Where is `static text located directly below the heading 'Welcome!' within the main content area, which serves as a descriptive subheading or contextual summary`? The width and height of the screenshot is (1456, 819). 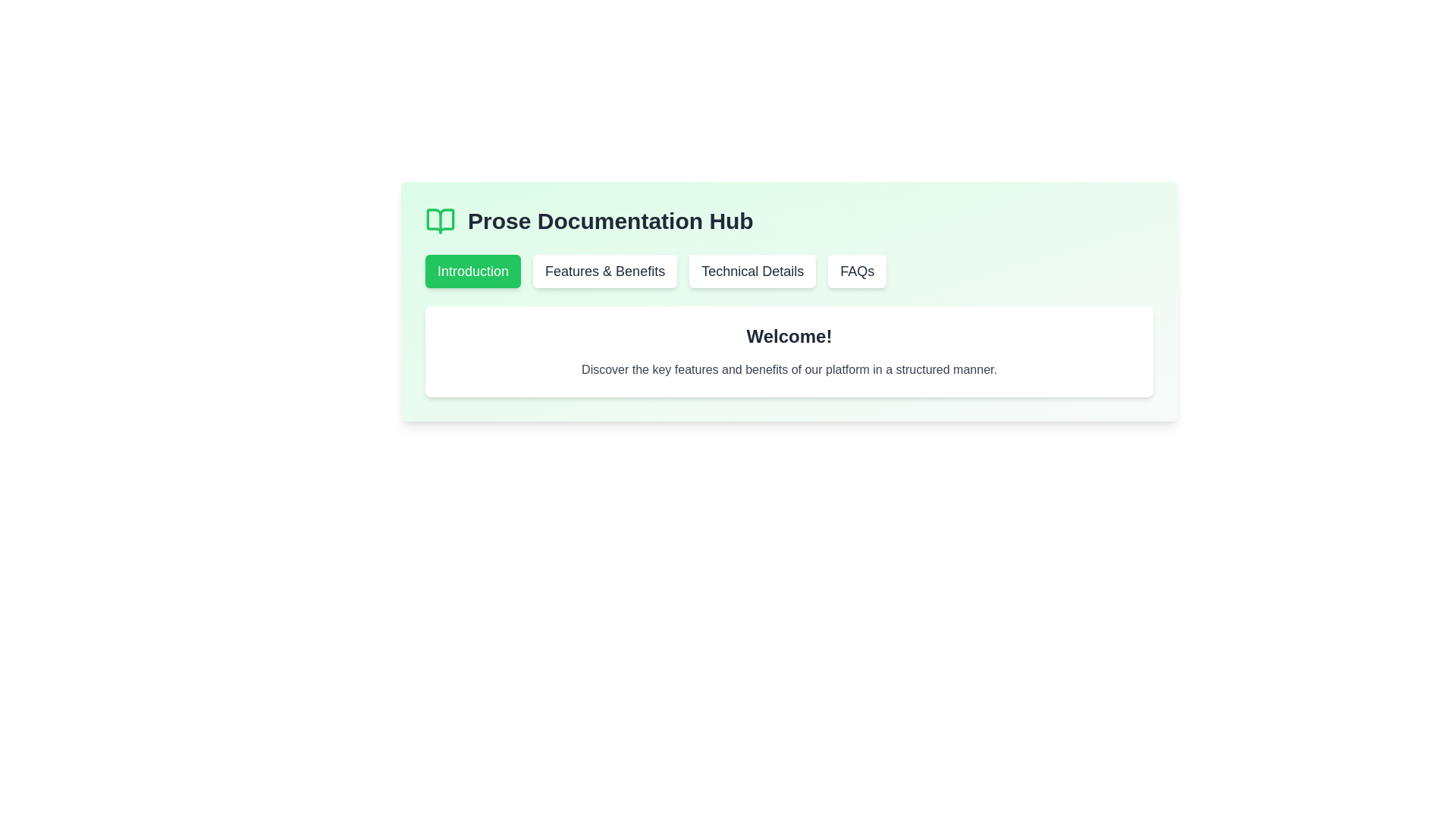 static text located directly below the heading 'Welcome!' within the main content area, which serves as a descriptive subheading or contextual summary is located at coordinates (789, 370).